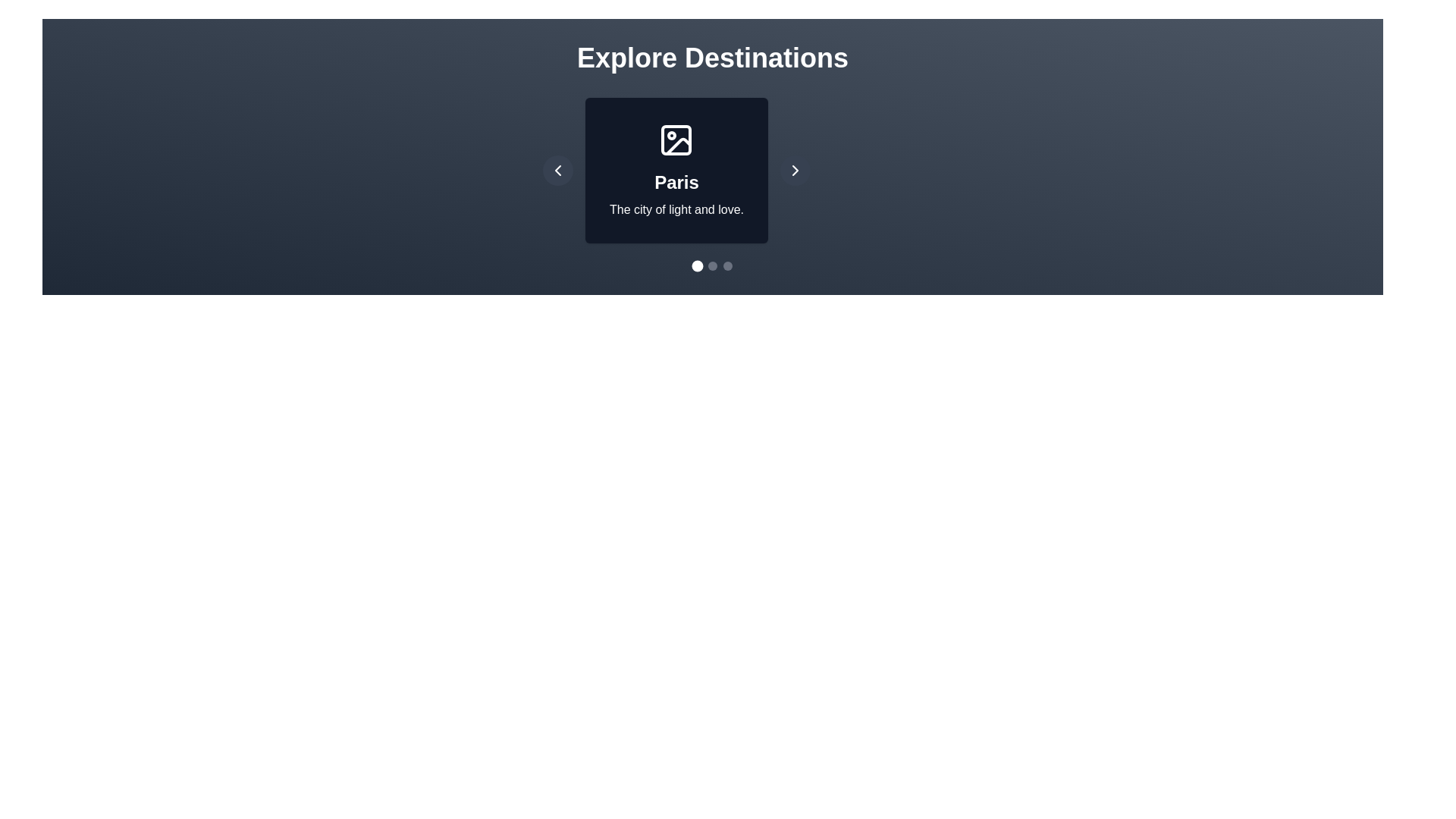 The image size is (1456, 819). What do you see at coordinates (697, 265) in the screenshot?
I see `the dot corresponding to destination 0` at bounding box center [697, 265].